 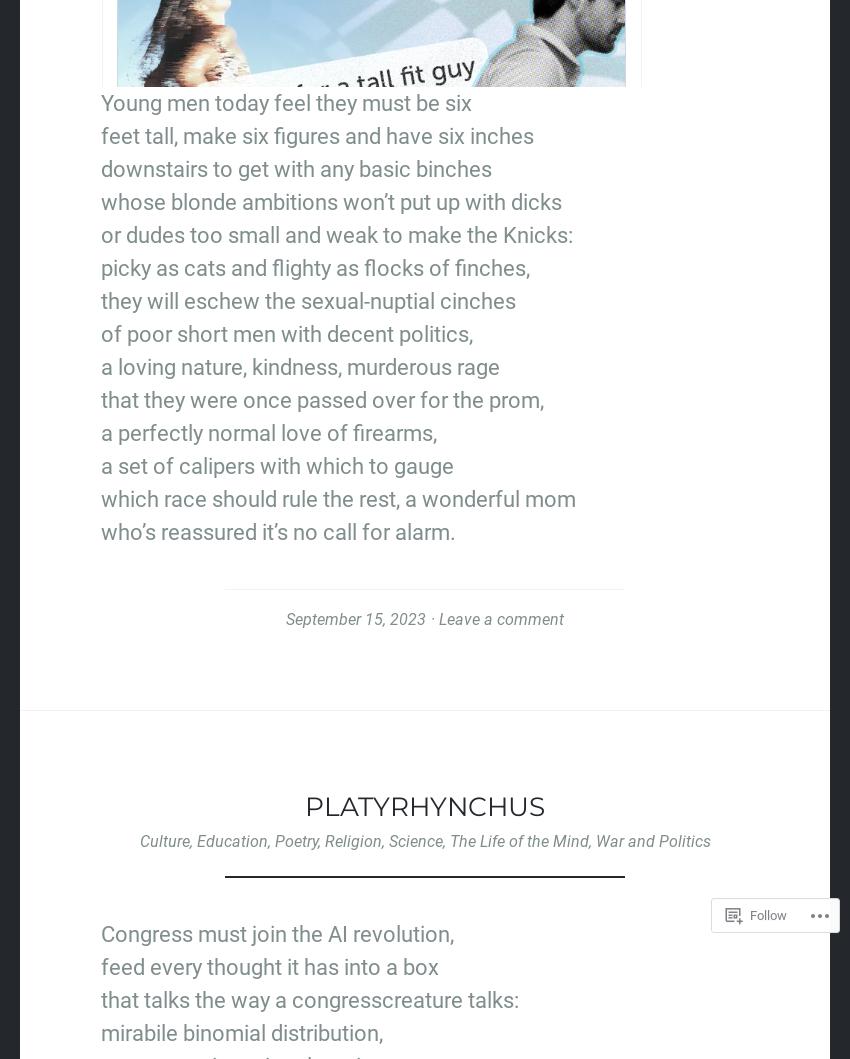 What do you see at coordinates (195, 840) in the screenshot?
I see `'Education'` at bounding box center [195, 840].